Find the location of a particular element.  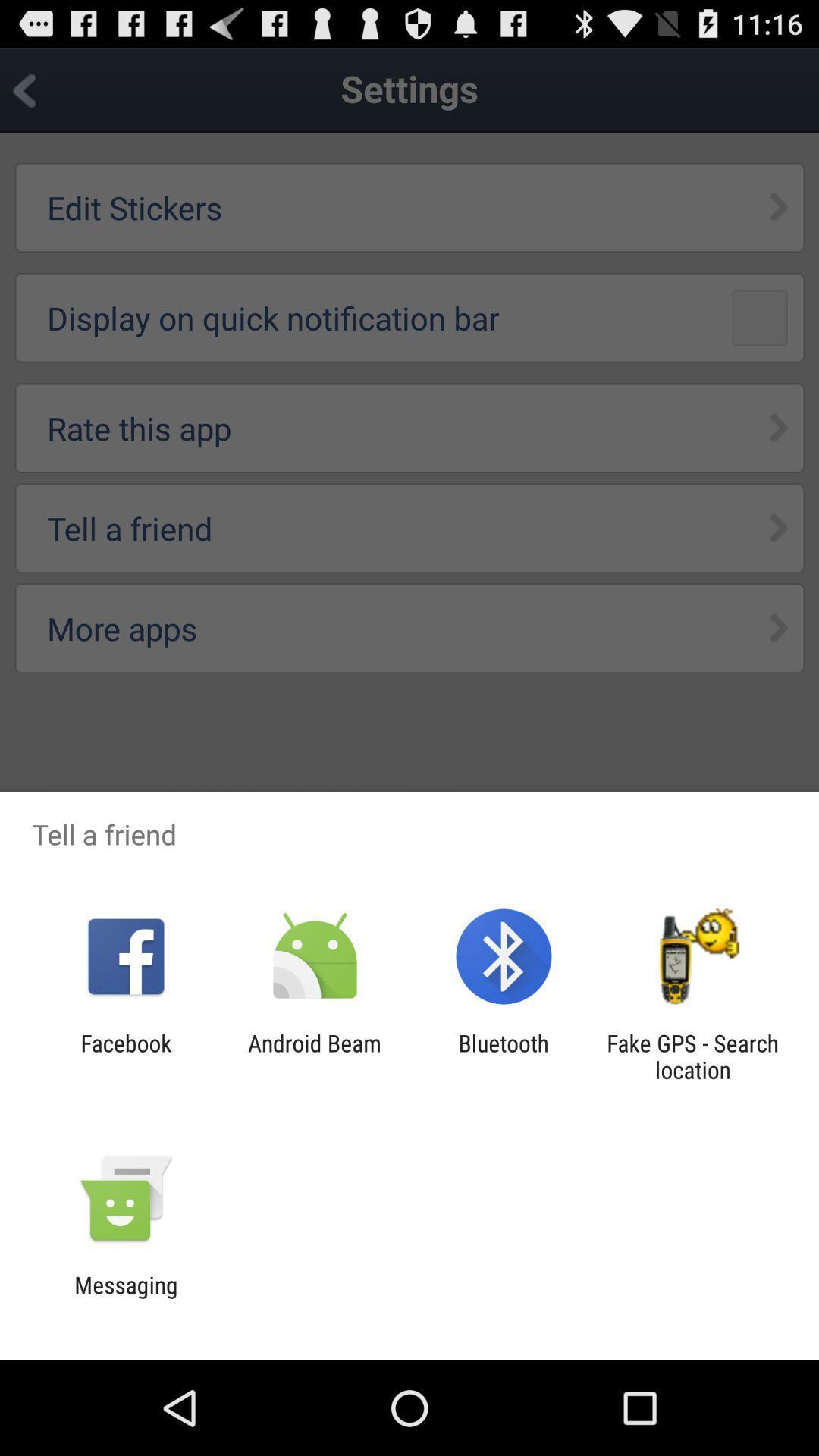

android beam app is located at coordinates (314, 1056).